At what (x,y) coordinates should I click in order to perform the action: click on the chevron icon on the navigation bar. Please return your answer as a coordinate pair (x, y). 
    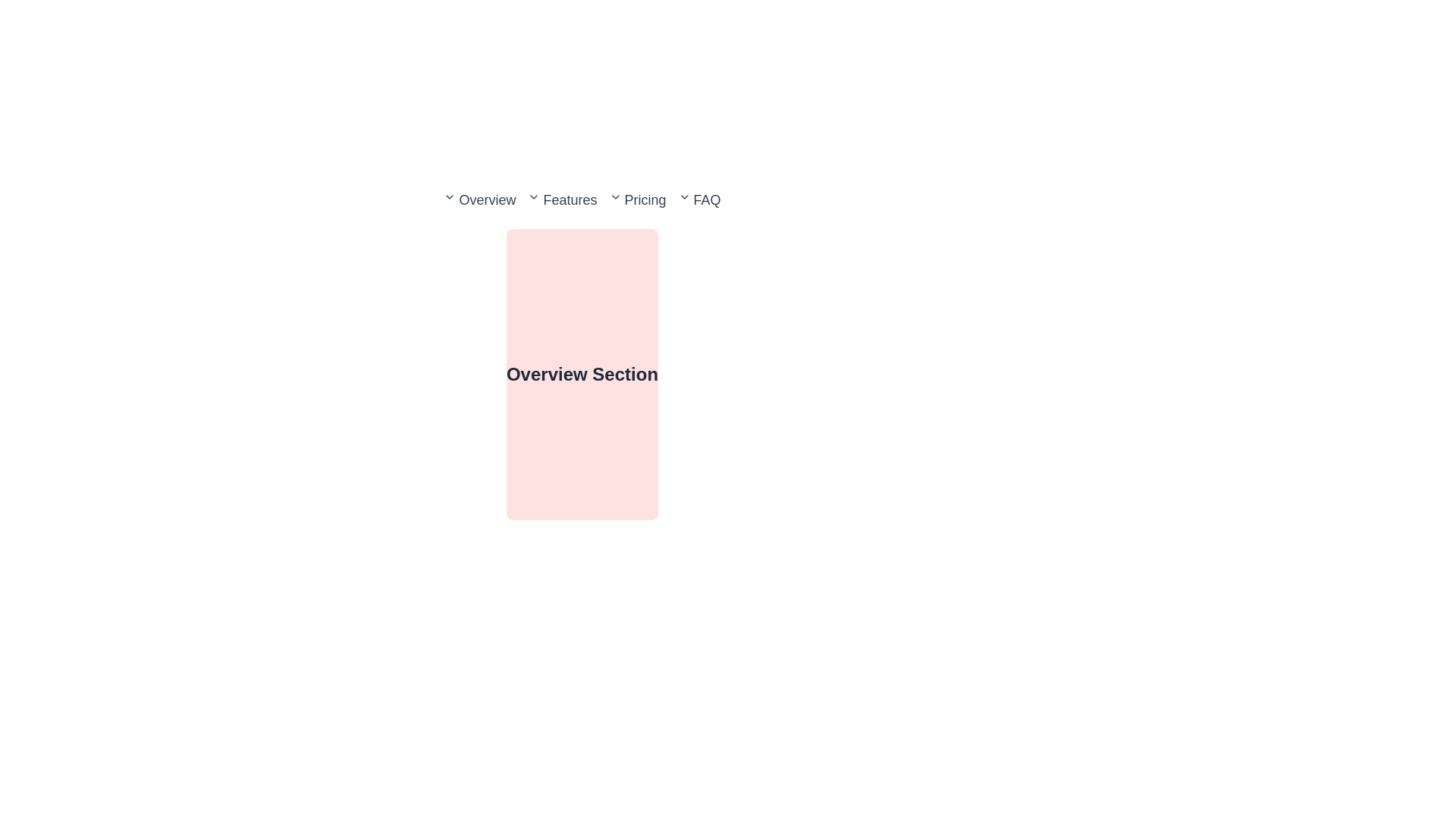
    Looking at the image, I should click on (582, 199).